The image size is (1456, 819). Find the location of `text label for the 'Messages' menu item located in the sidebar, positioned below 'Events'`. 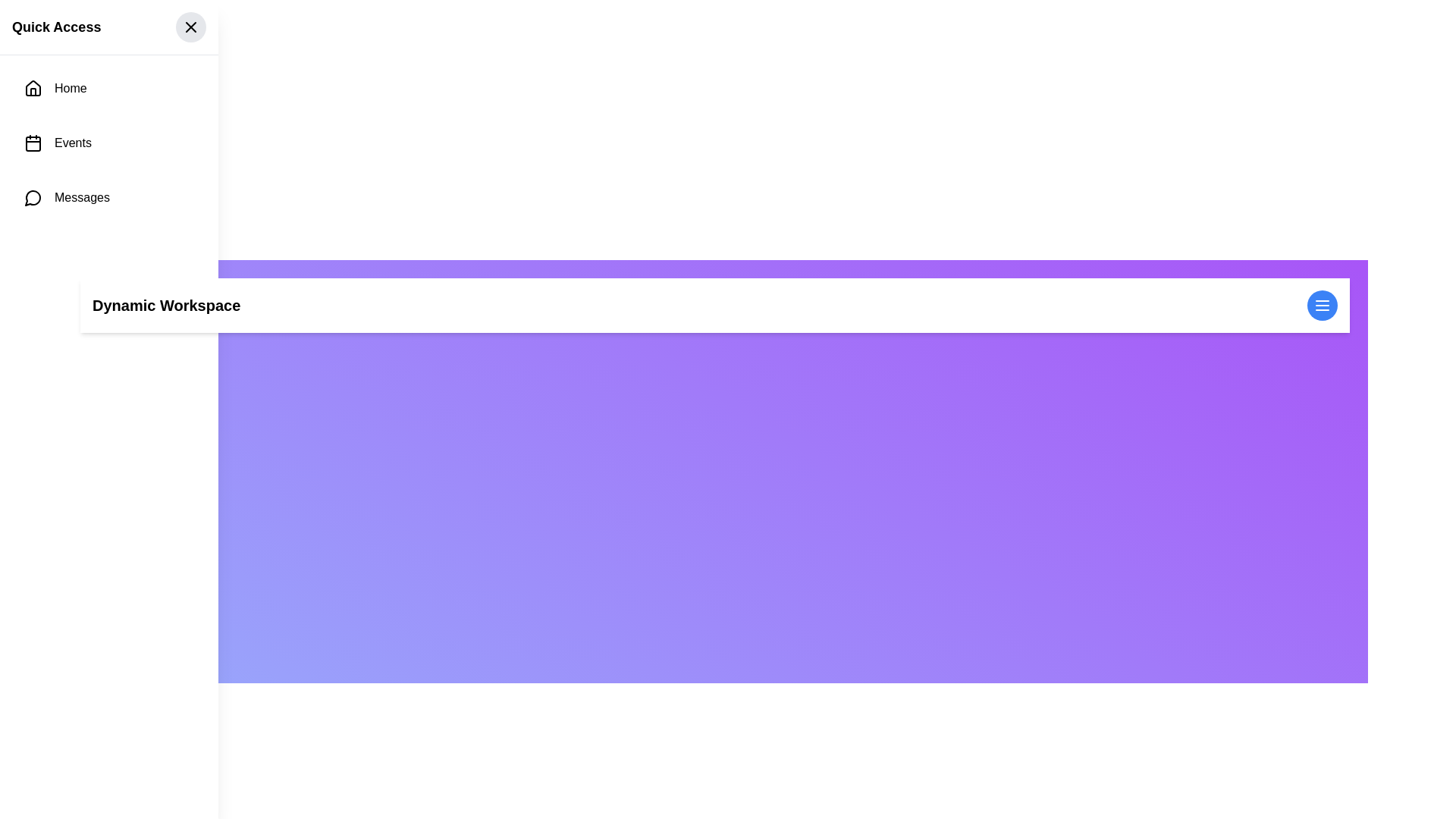

text label for the 'Messages' menu item located in the sidebar, positioned below 'Events' is located at coordinates (81, 197).